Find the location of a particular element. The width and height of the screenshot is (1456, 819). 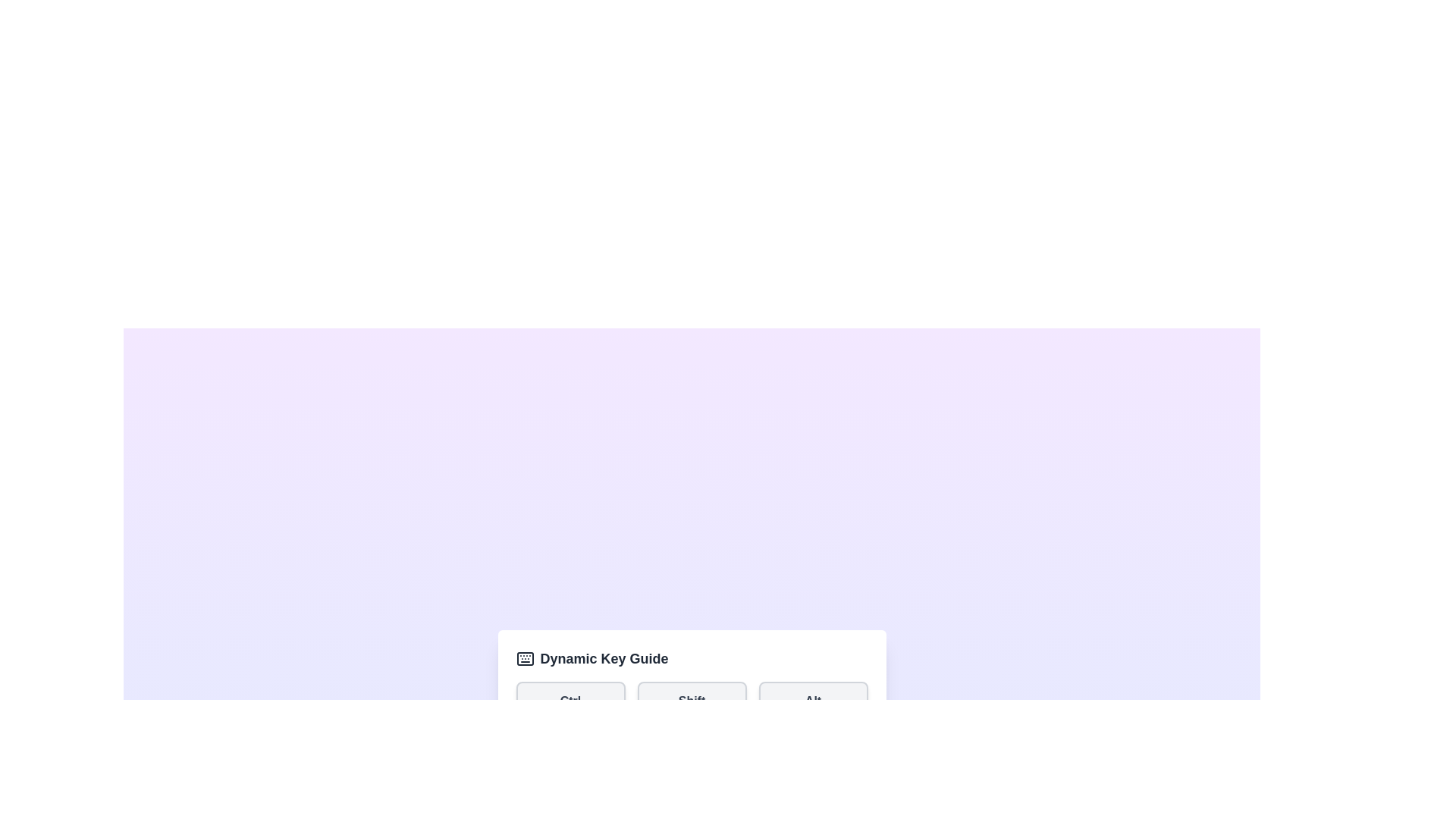

the 'Ctrl' button located in the top-left cell of the grid, under the label 'Dynamic Key Guide' is located at coordinates (570, 701).